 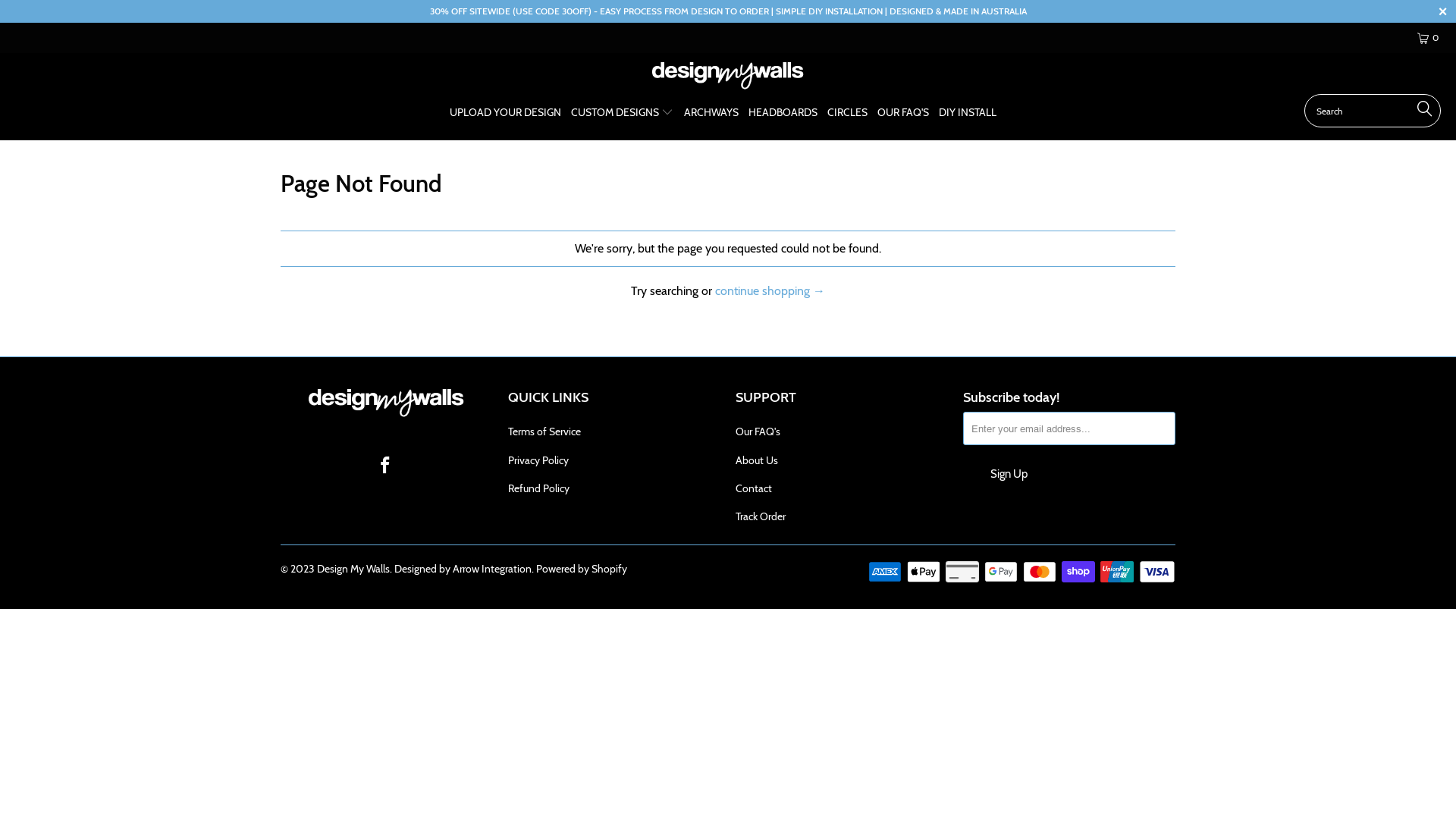 What do you see at coordinates (758, 431) in the screenshot?
I see `'Our FAQ's'` at bounding box center [758, 431].